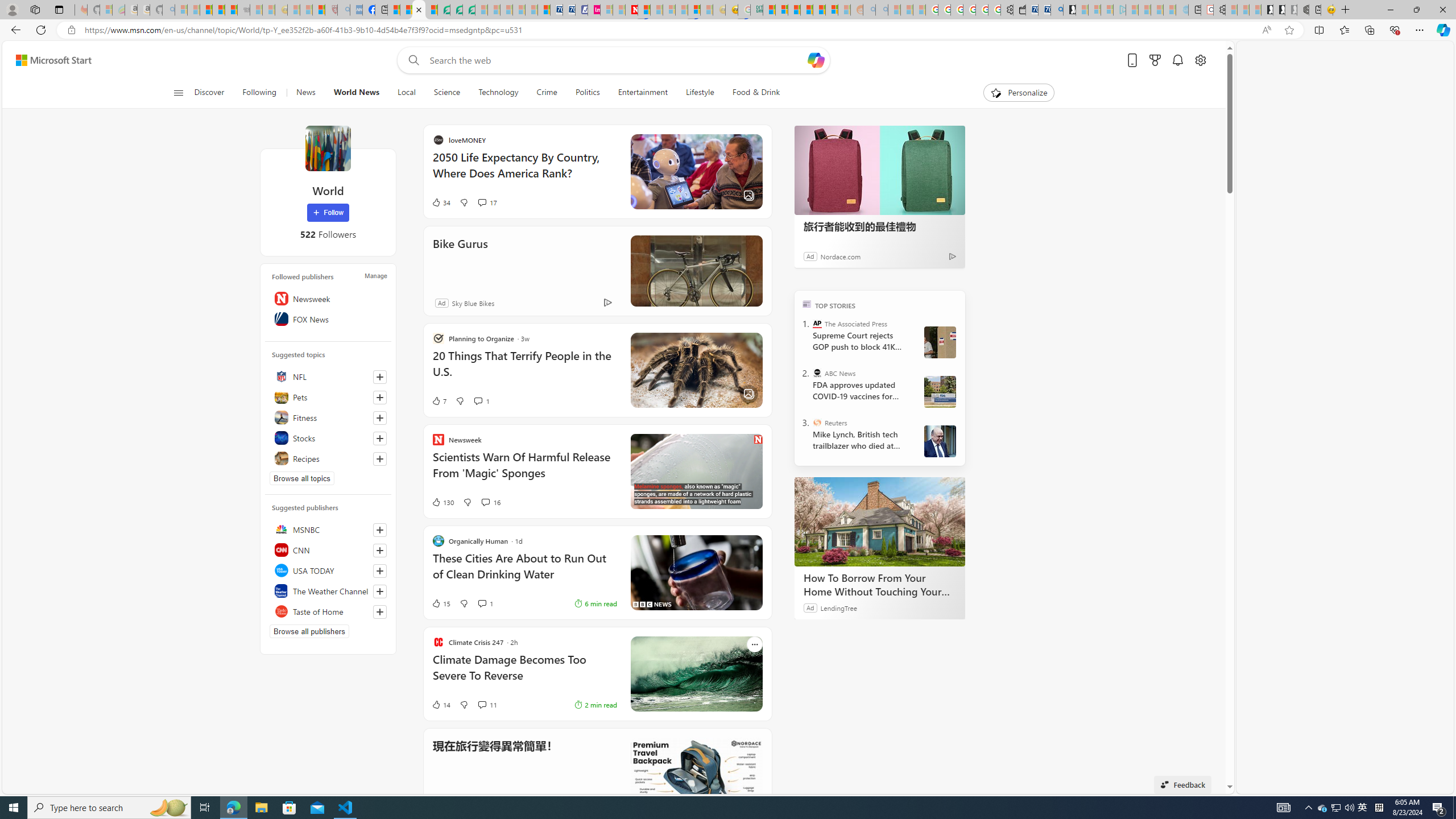  What do you see at coordinates (816, 372) in the screenshot?
I see `'ABC News'` at bounding box center [816, 372].